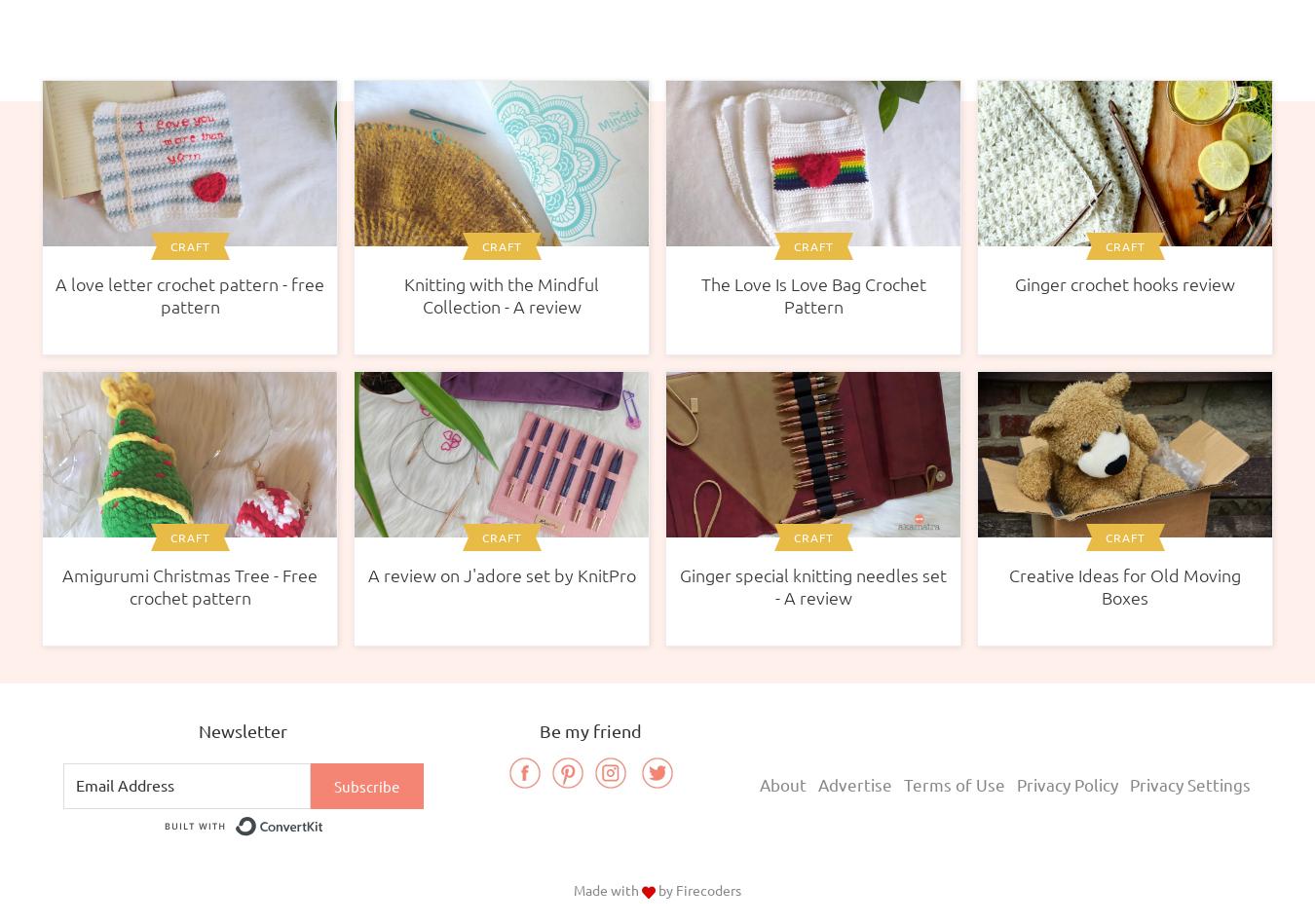  What do you see at coordinates (366, 785) in the screenshot?
I see `'Subscribe'` at bounding box center [366, 785].